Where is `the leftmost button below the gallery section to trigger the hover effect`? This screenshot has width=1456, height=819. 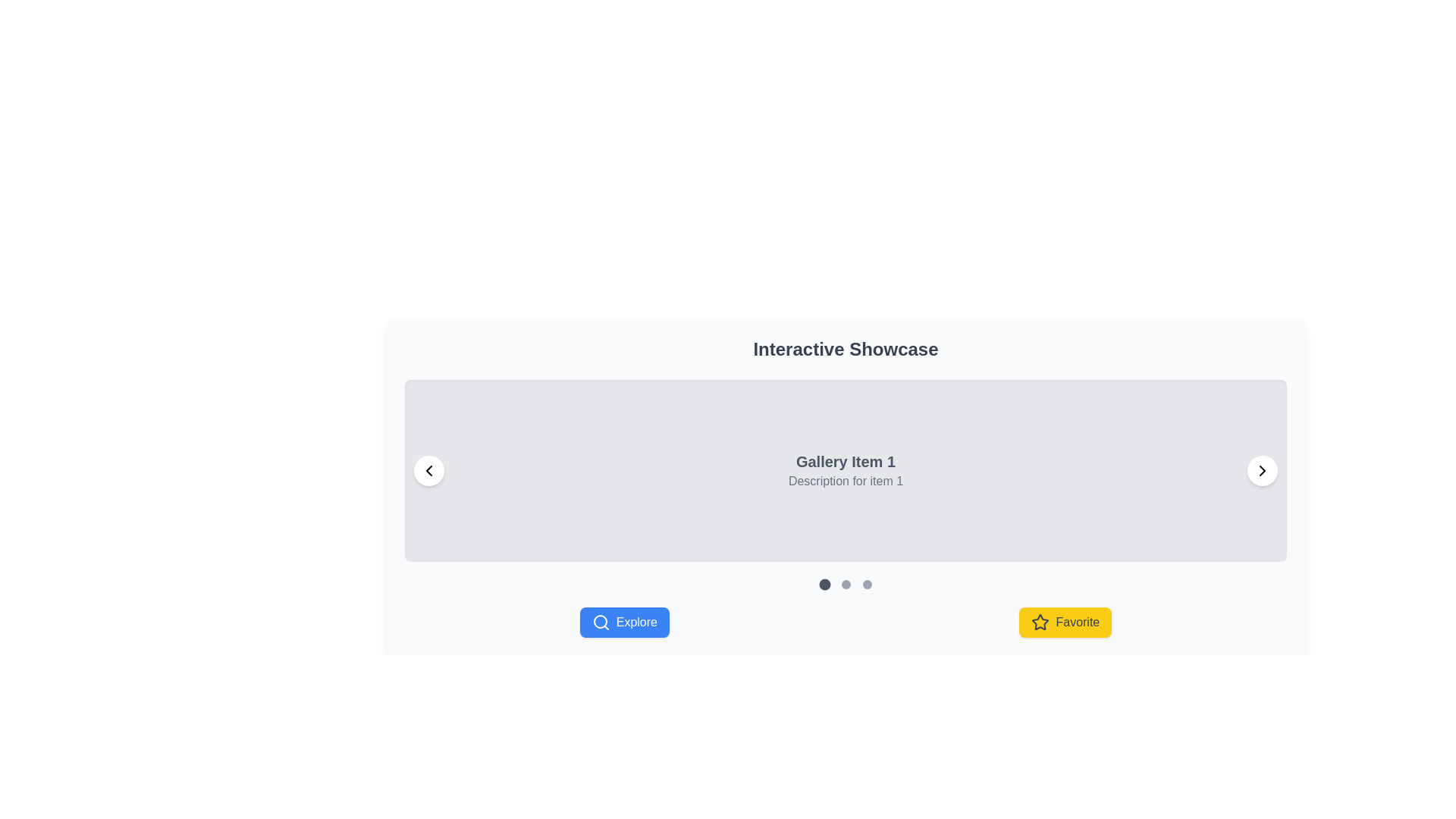 the leftmost button below the gallery section to trigger the hover effect is located at coordinates (624, 623).